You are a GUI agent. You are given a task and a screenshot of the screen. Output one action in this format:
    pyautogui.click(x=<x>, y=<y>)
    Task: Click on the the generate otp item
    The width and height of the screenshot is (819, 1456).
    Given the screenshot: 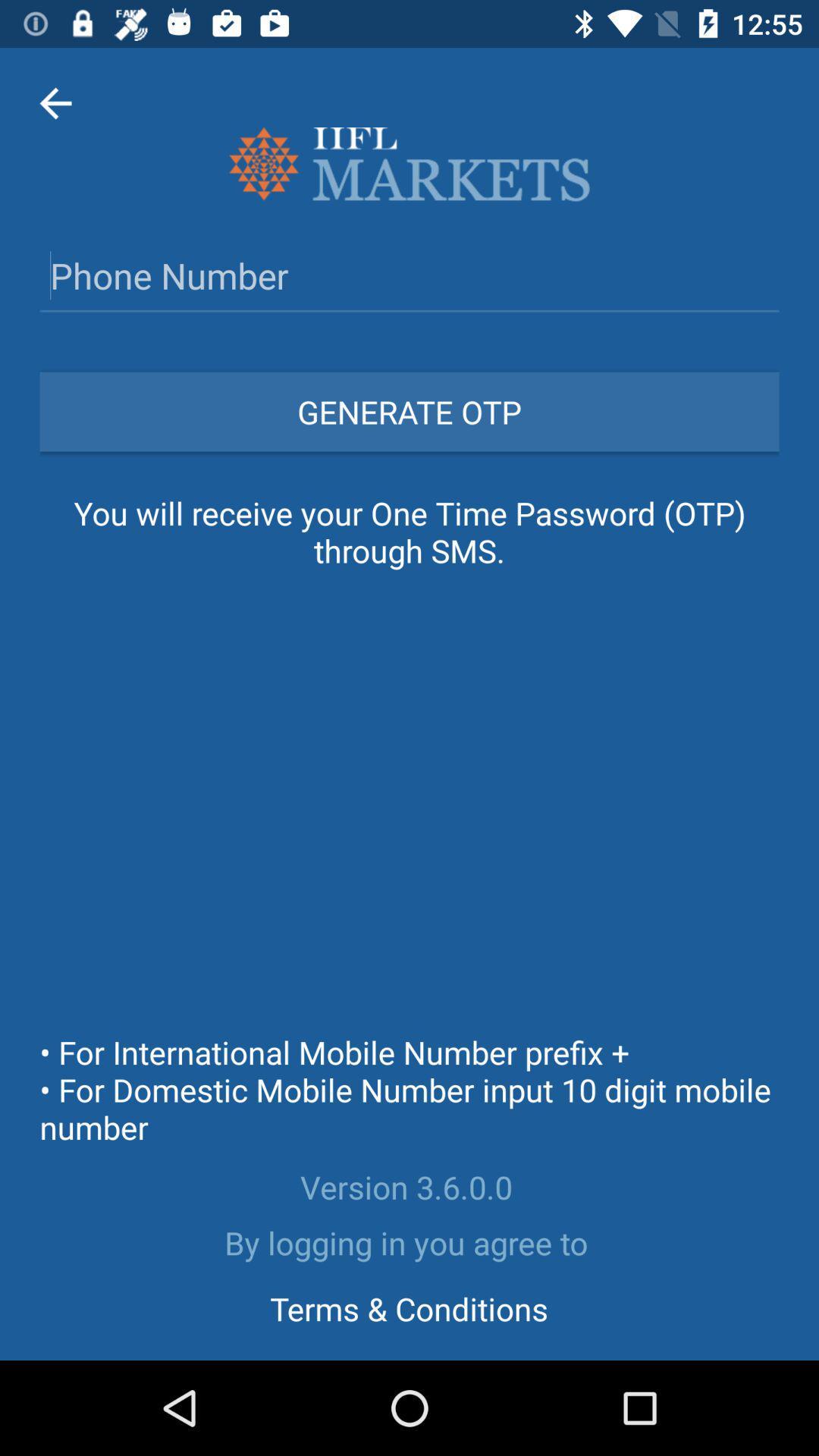 What is the action you would take?
    pyautogui.click(x=409, y=411)
    